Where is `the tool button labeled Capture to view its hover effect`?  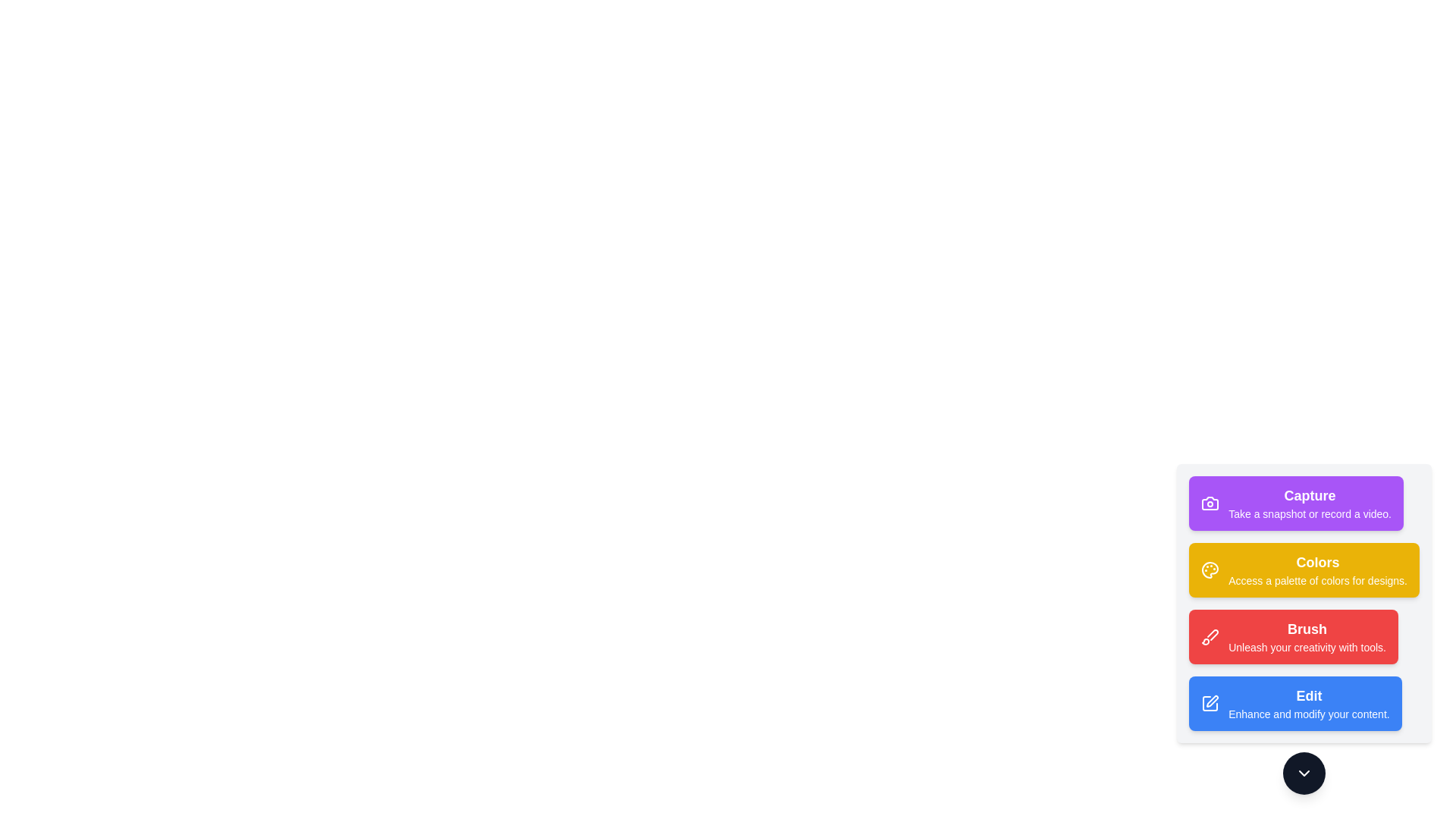
the tool button labeled Capture to view its hover effect is located at coordinates (1295, 503).